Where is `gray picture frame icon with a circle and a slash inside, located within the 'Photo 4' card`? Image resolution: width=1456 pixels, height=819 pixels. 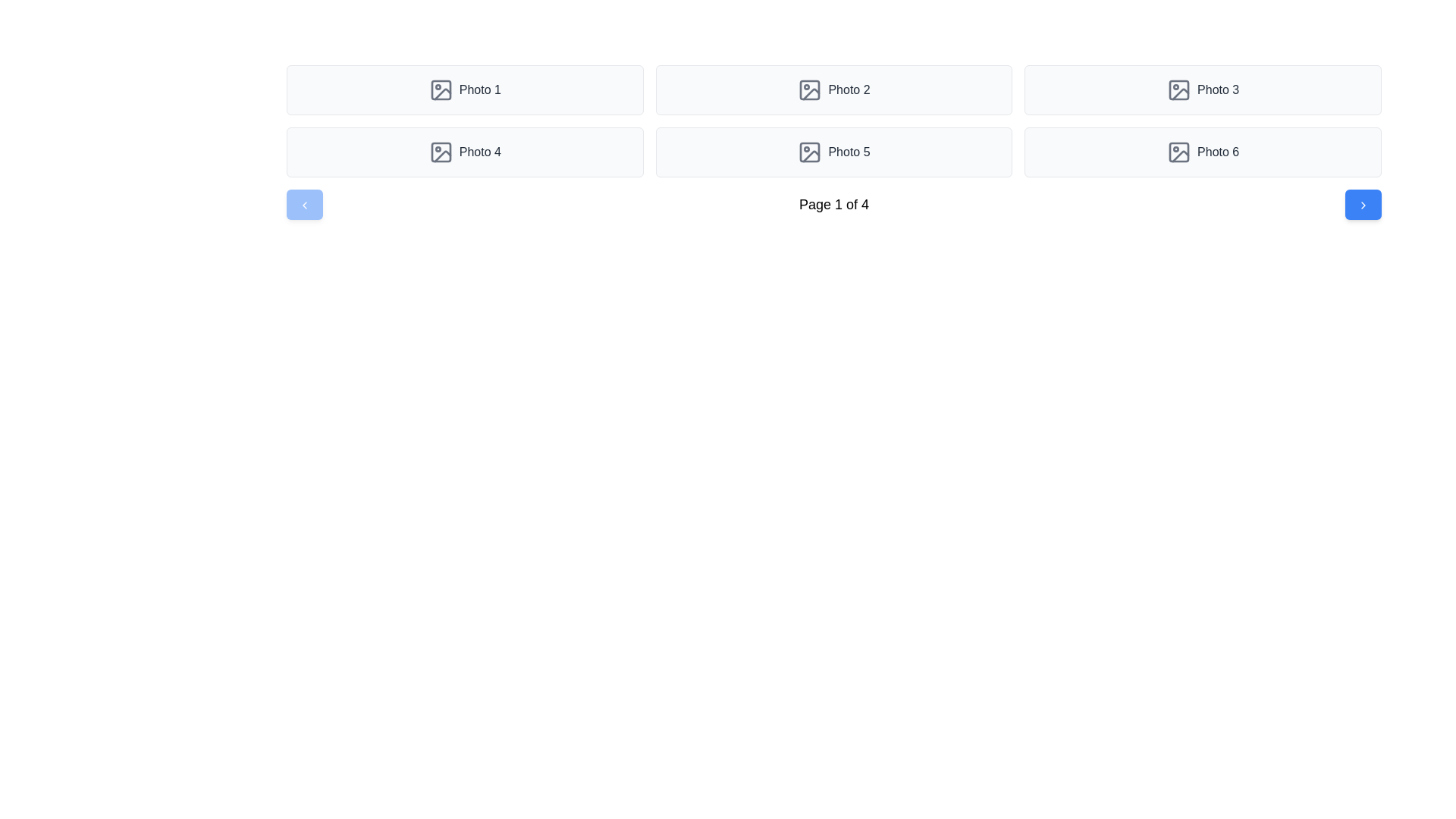
gray picture frame icon with a circle and a slash inside, located within the 'Photo 4' card is located at coordinates (440, 152).